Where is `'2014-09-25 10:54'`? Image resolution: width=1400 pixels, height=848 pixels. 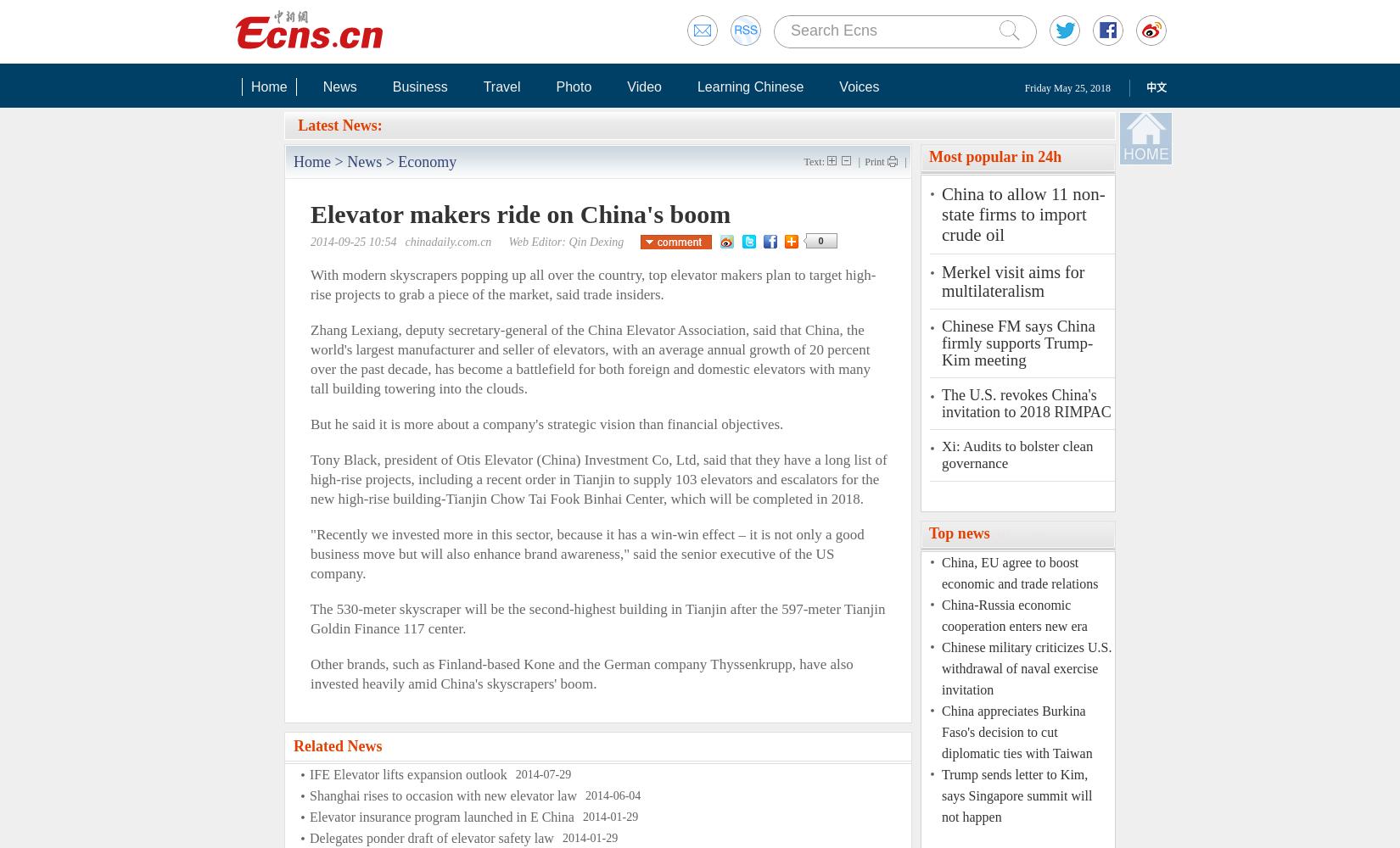
'2014-09-25 10:54' is located at coordinates (310, 242).